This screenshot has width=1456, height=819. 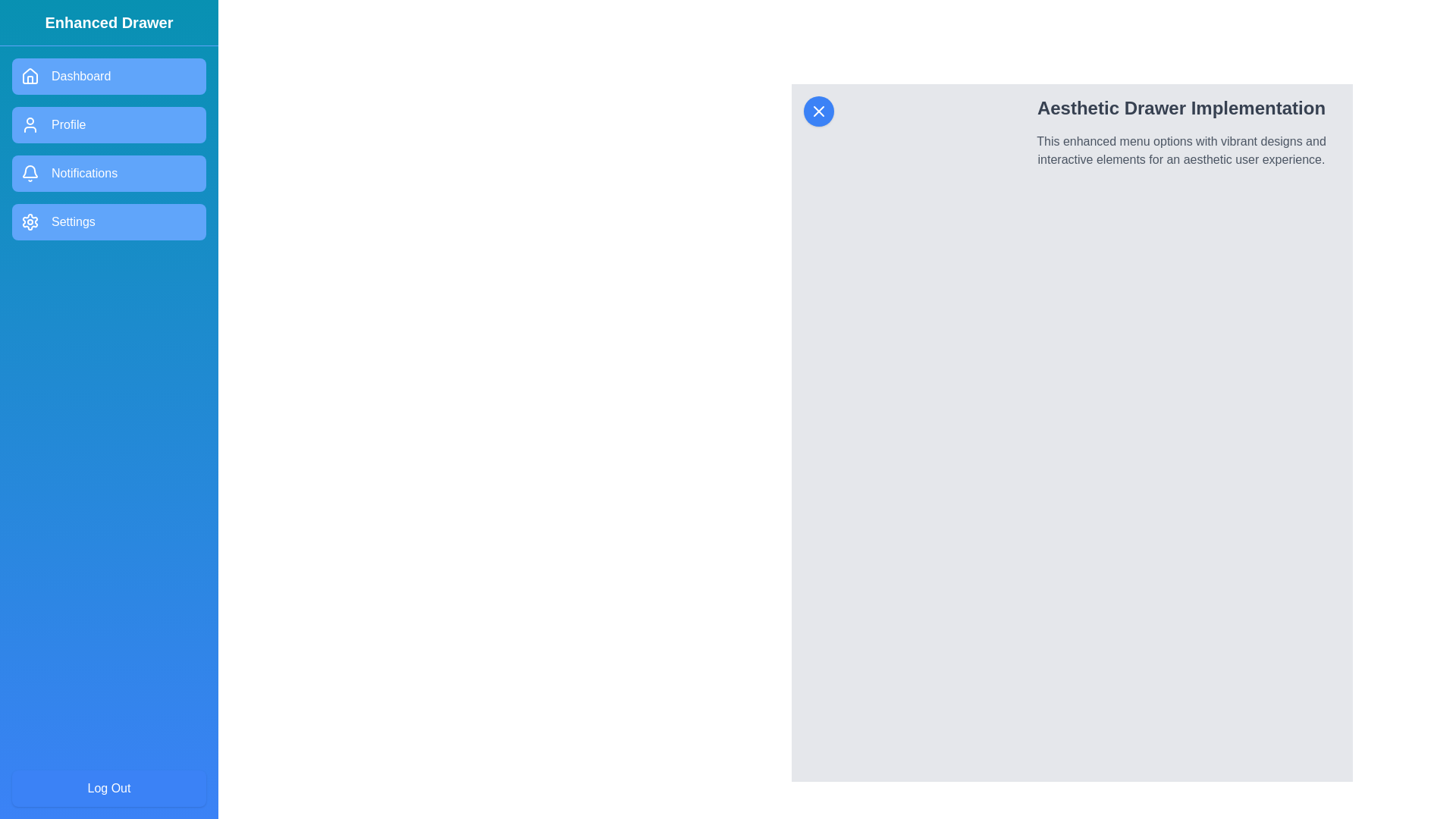 I want to click on the text label displaying 'Dashboard' located in the sidebar menu of the interface, so click(x=80, y=76).